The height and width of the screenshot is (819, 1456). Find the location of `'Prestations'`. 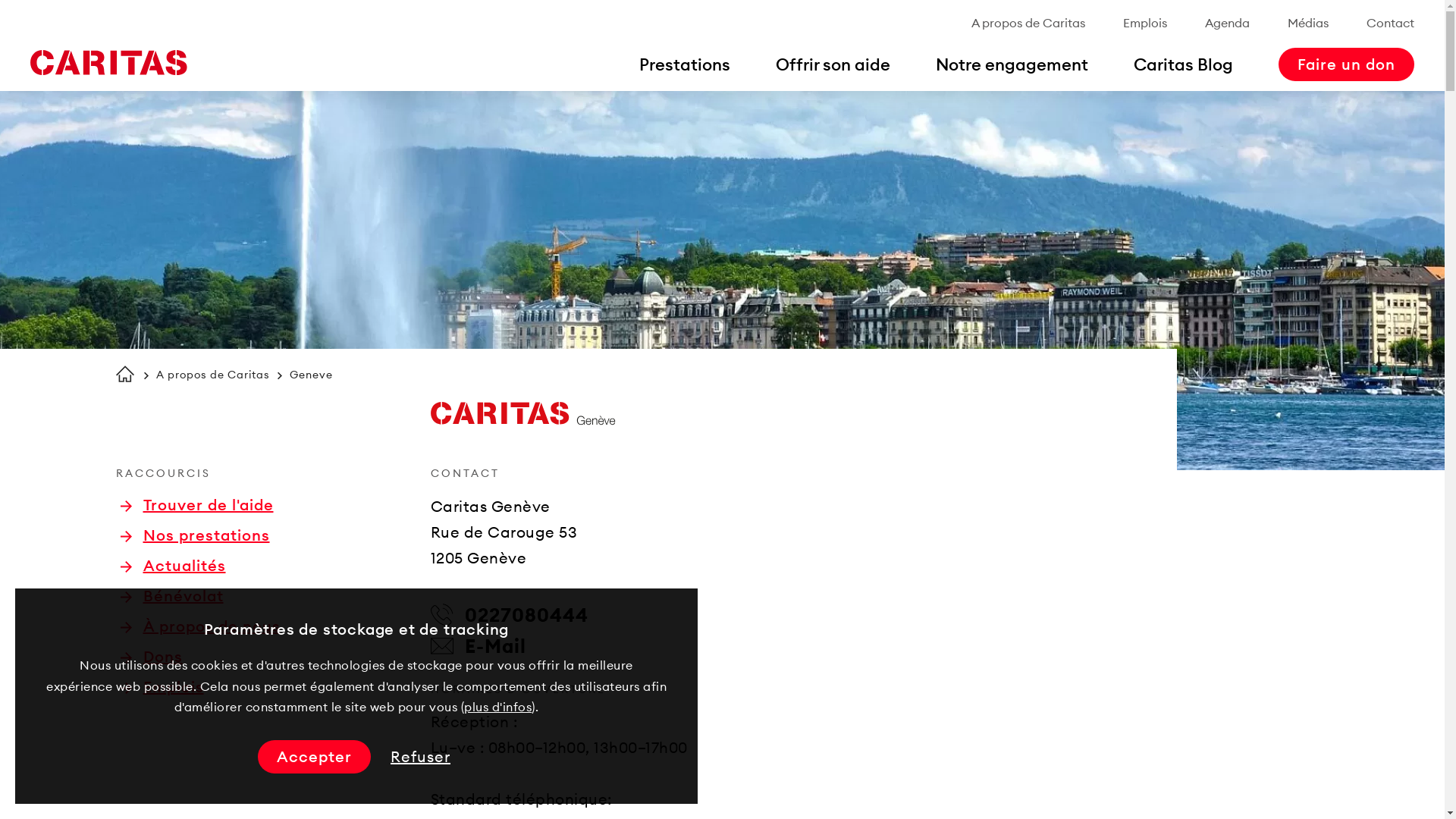

'Prestations' is located at coordinates (683, 63).